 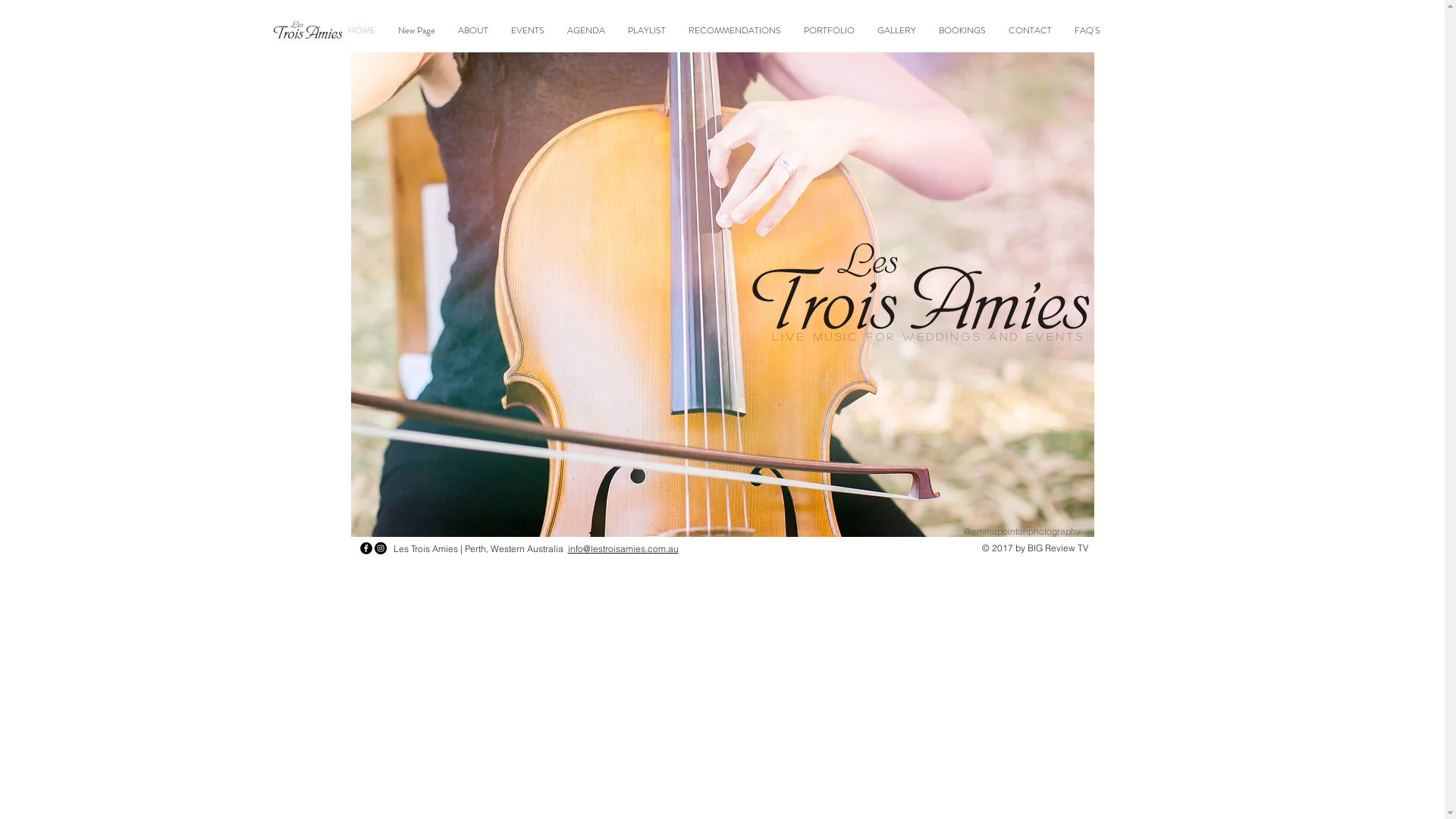 What do you see at coordinates (585, 30) in the screenshot?
I see `'AGENDA'` at bounding box center [585, 30].